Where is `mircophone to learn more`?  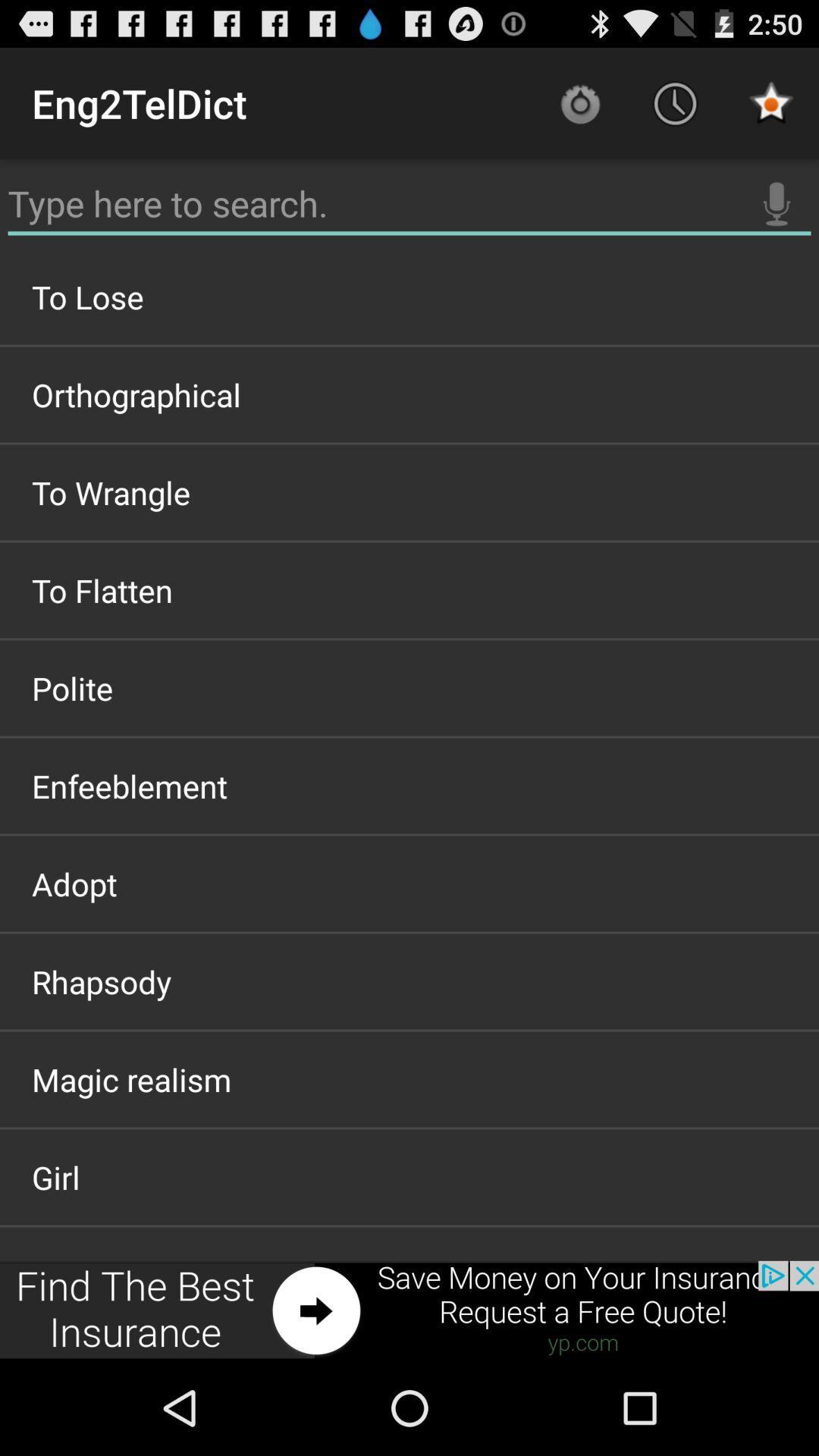 mircophone to learn more is located at coordinates (777, 203).